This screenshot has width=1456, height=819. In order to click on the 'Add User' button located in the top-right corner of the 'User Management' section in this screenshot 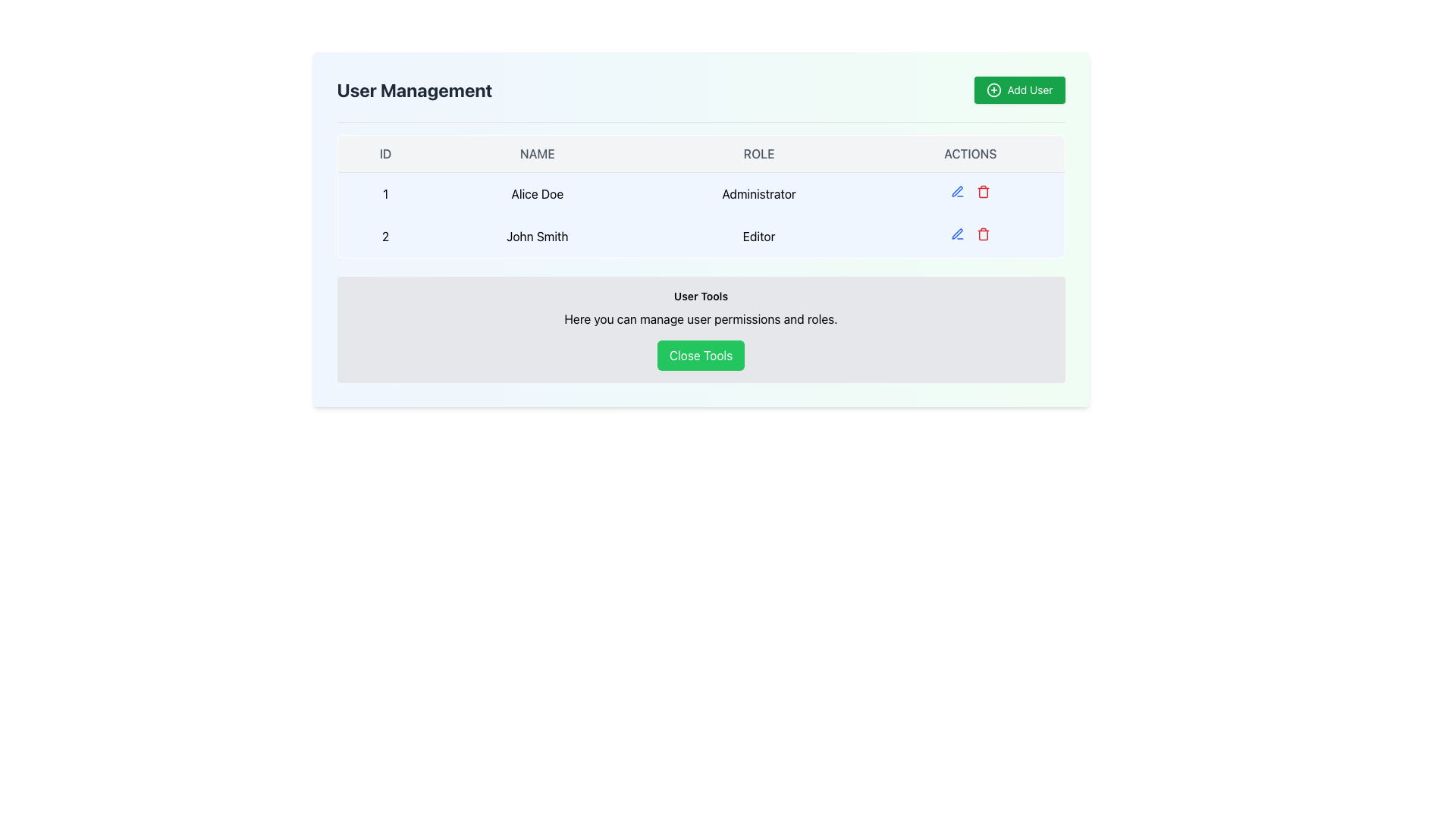, I will do `click(1019, 90)`.